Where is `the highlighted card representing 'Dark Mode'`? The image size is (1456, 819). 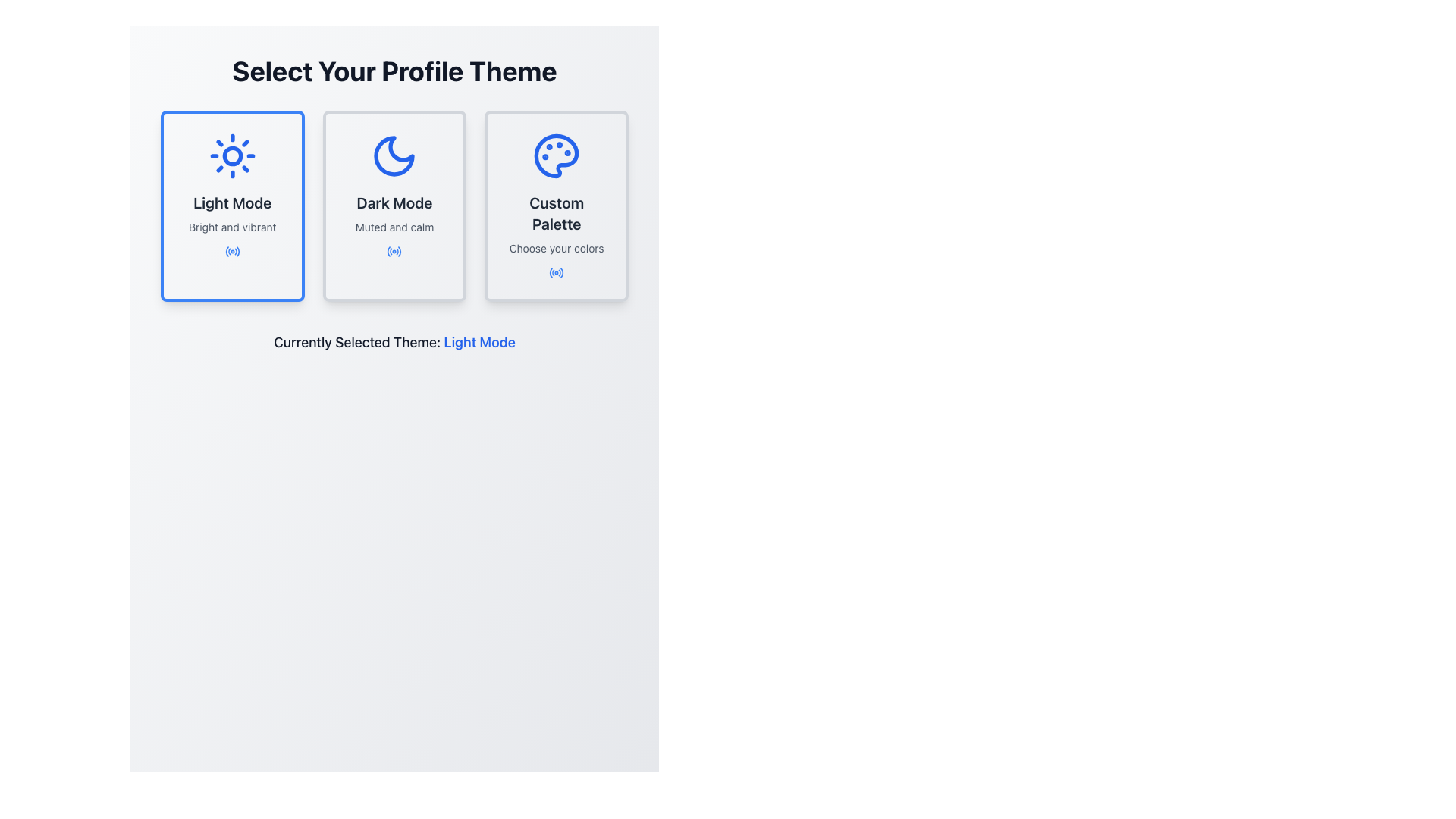
the highlighted card representing 'Dark Mode' is located at coordinates (394, 206).